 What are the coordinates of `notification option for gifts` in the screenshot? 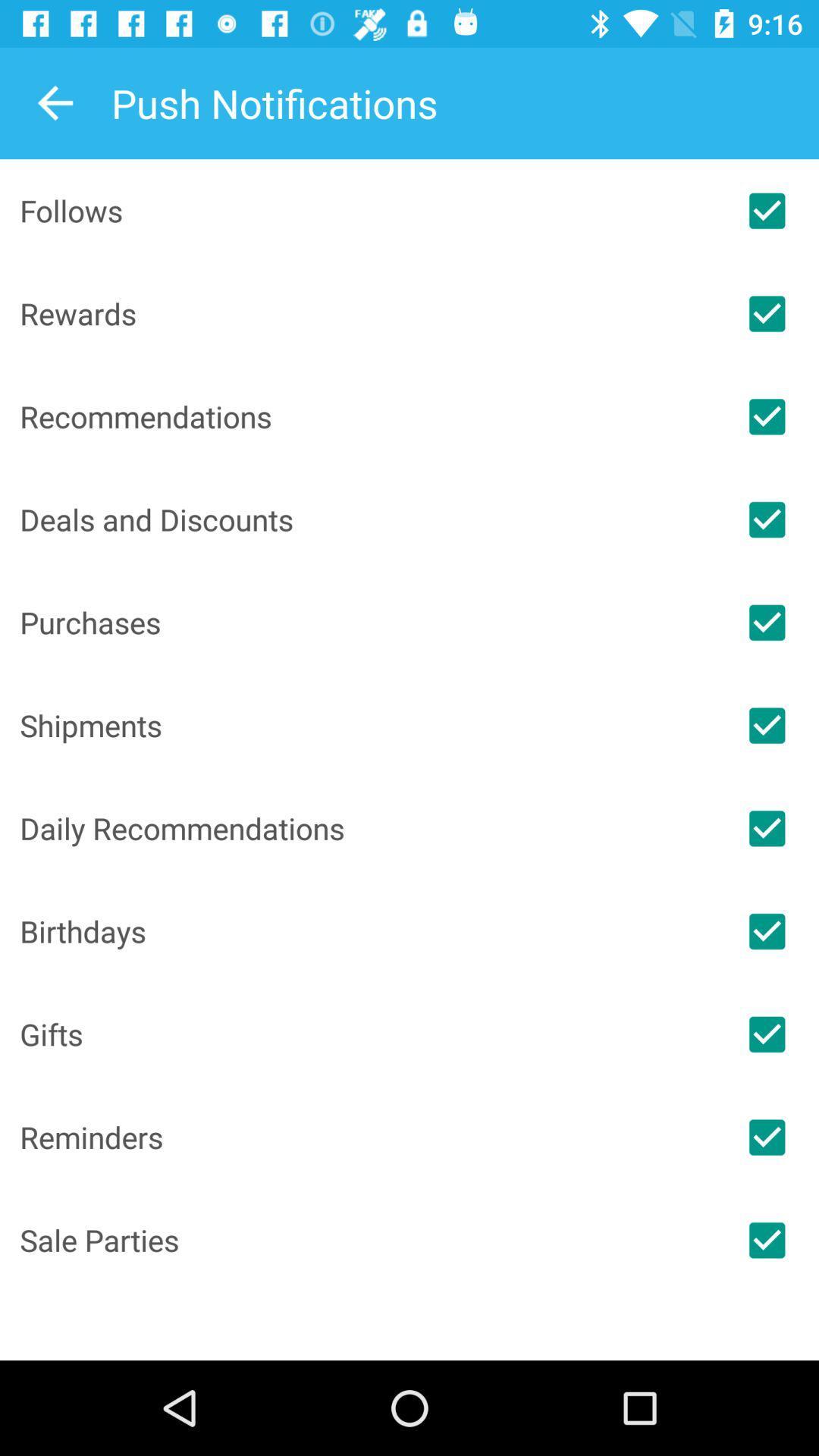 It's located at (767, 1034).